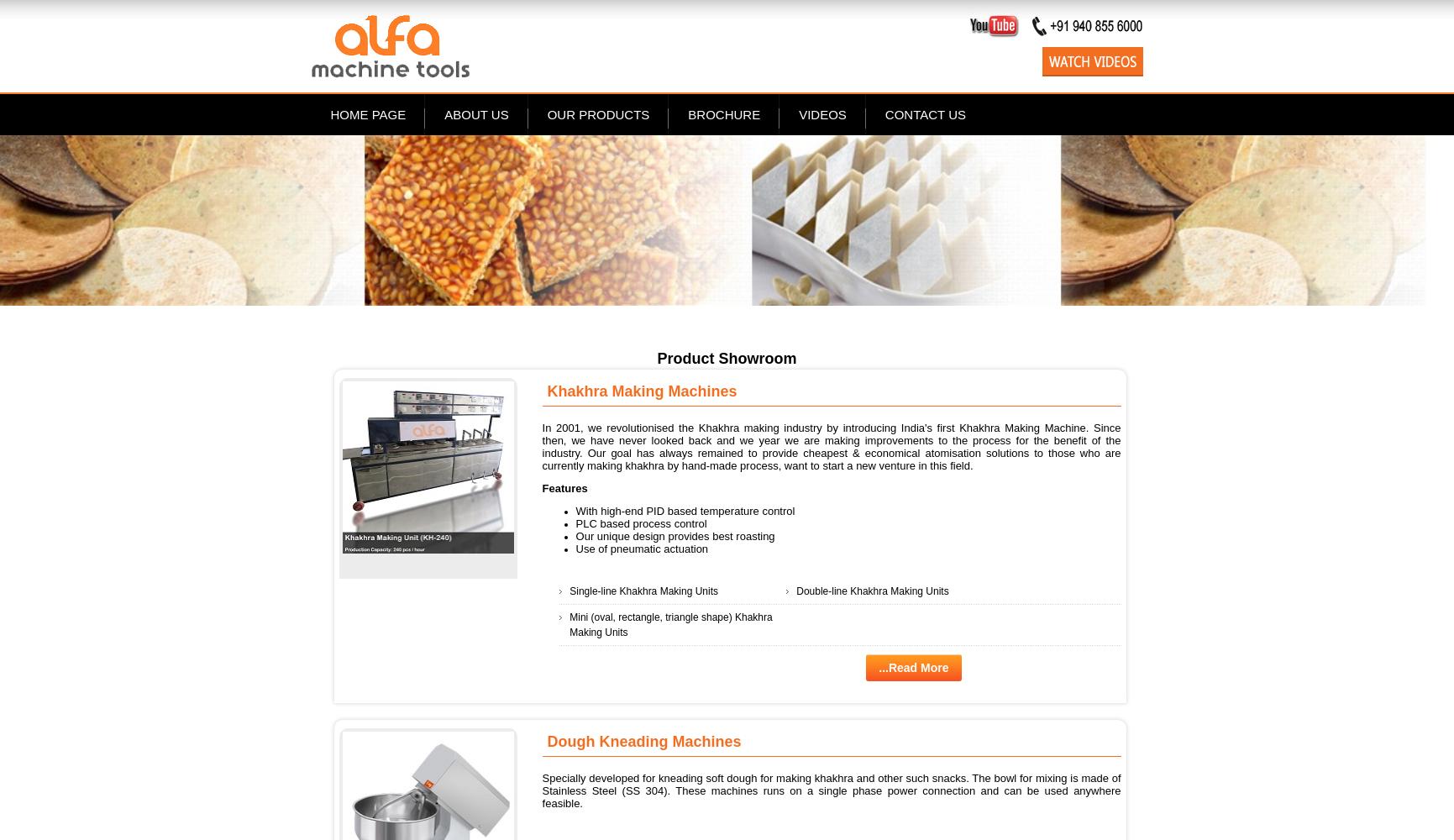 This screenshot has width=1454, height=840. I want to click on 'Double-line Khakhra Making Units', so click(871, 590).